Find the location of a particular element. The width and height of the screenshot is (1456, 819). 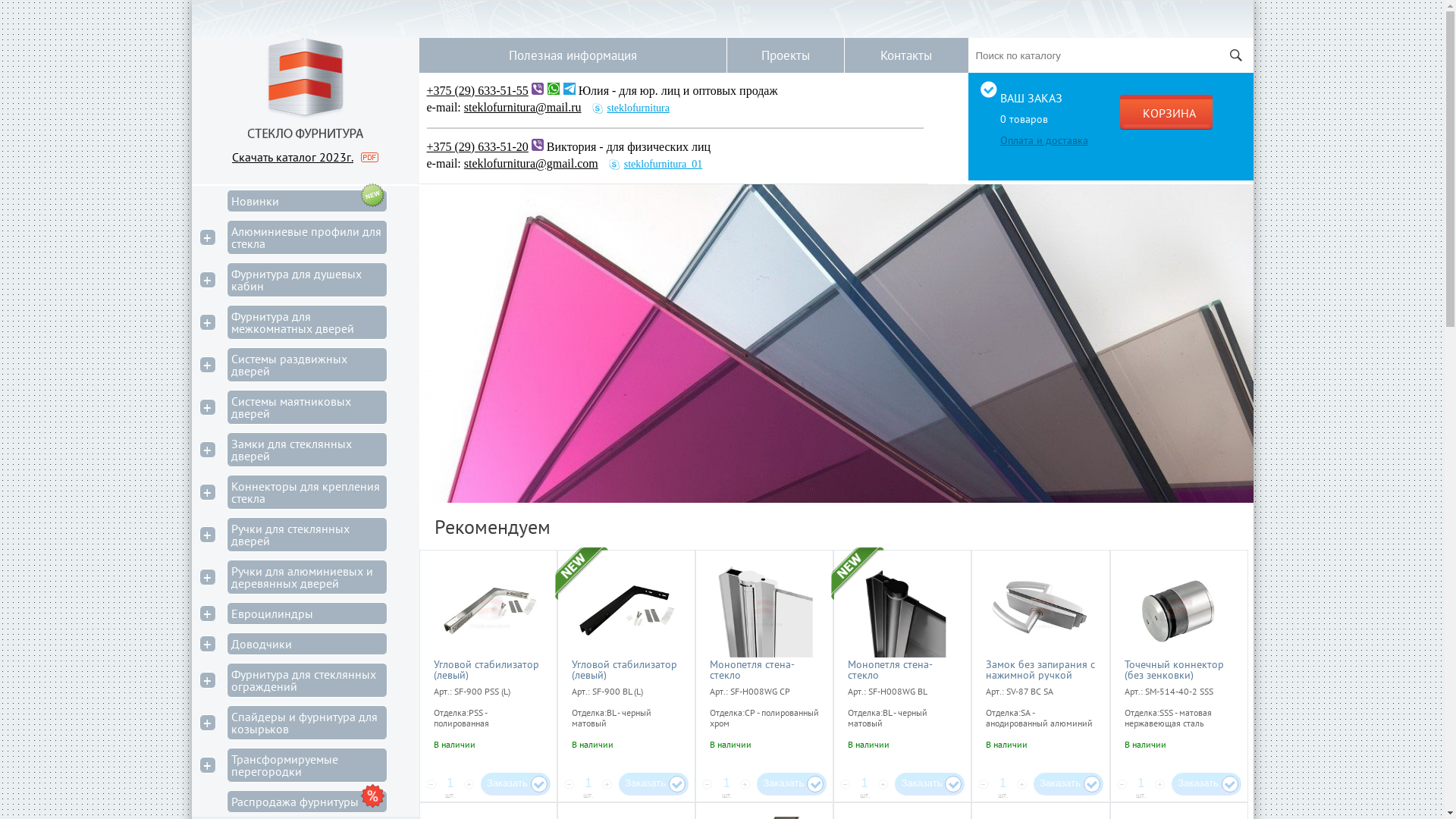

'+375 (29) 633-51-55' is located at coordinates (475, 90).